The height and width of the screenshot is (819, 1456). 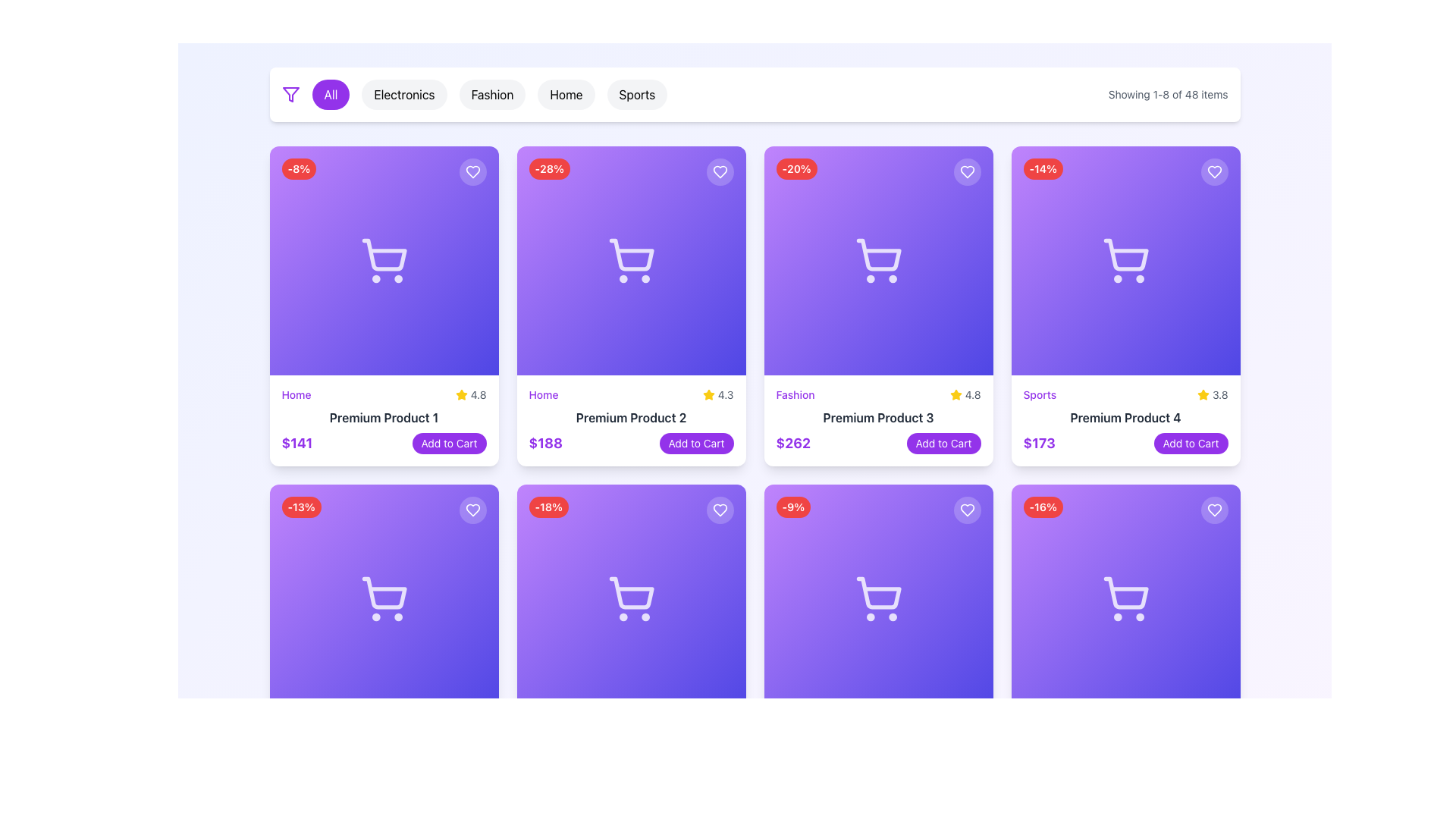 I want to click on the Product card located in the third column of the first row, so click(x=878, y=421).